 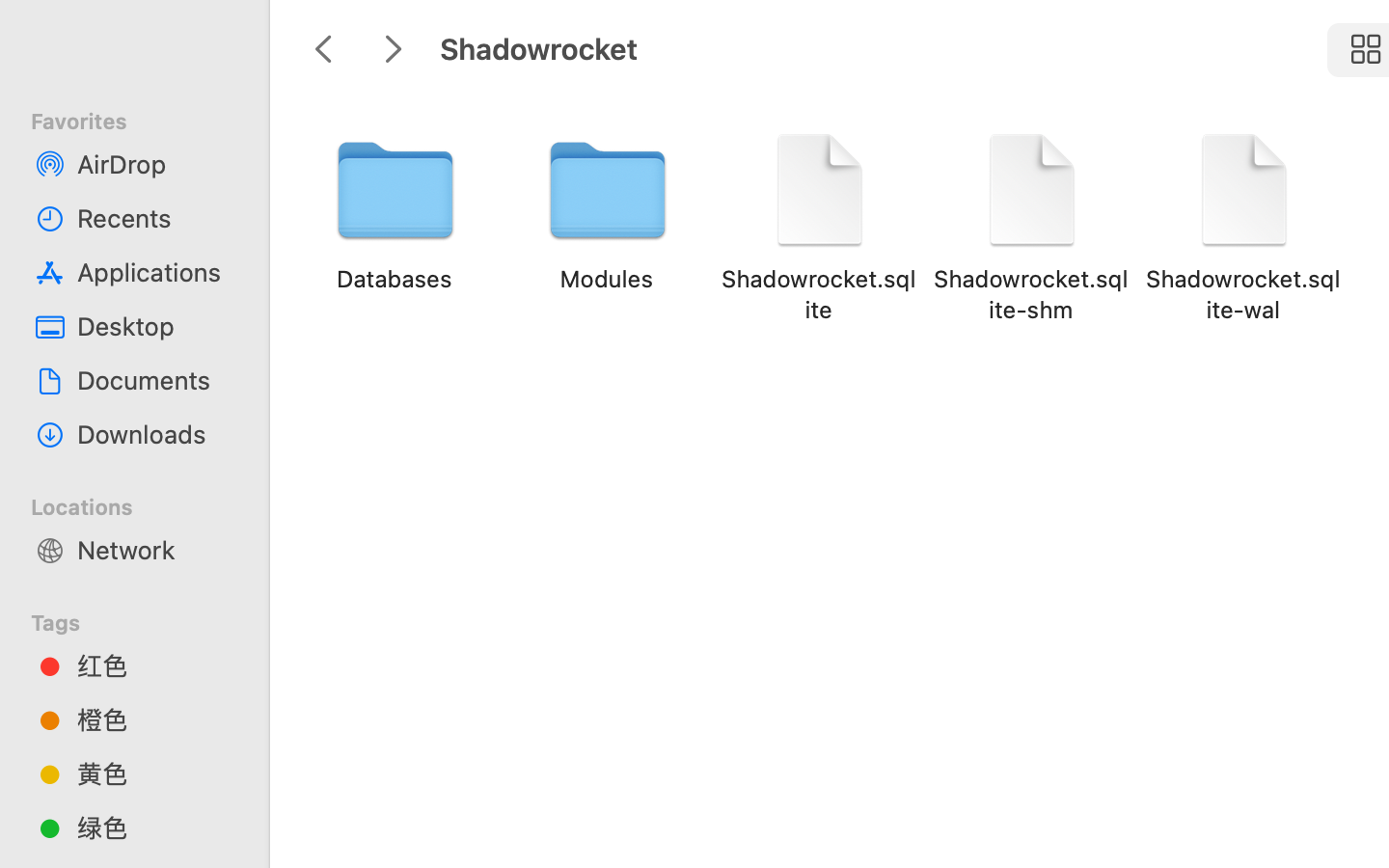 I want to click on '红色', so click(x=153, y=665).